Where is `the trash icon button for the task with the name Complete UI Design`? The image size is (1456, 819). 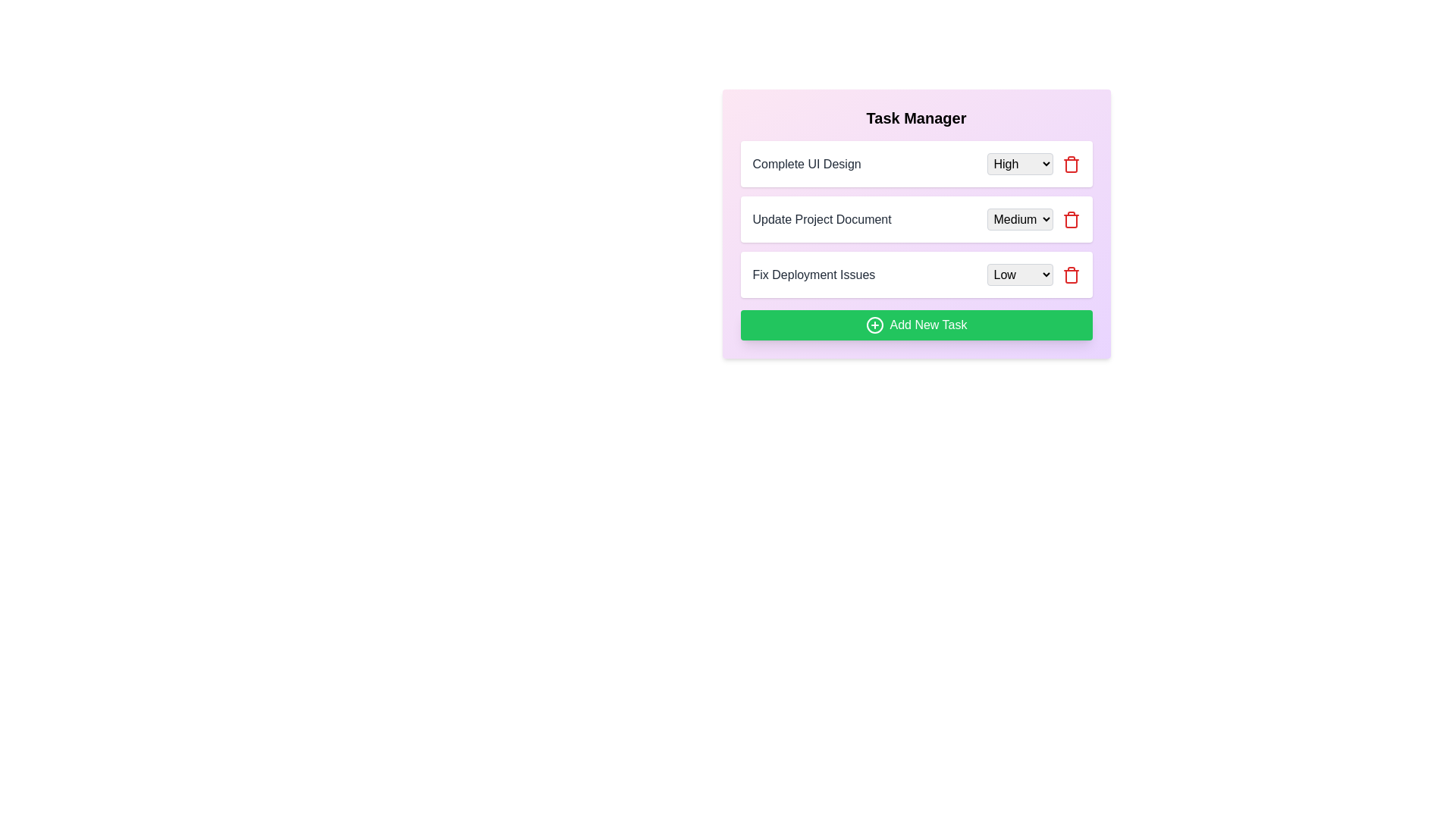 the trash icon button for the task with the name Complete UI Design is located at coordinates (1070, 164).